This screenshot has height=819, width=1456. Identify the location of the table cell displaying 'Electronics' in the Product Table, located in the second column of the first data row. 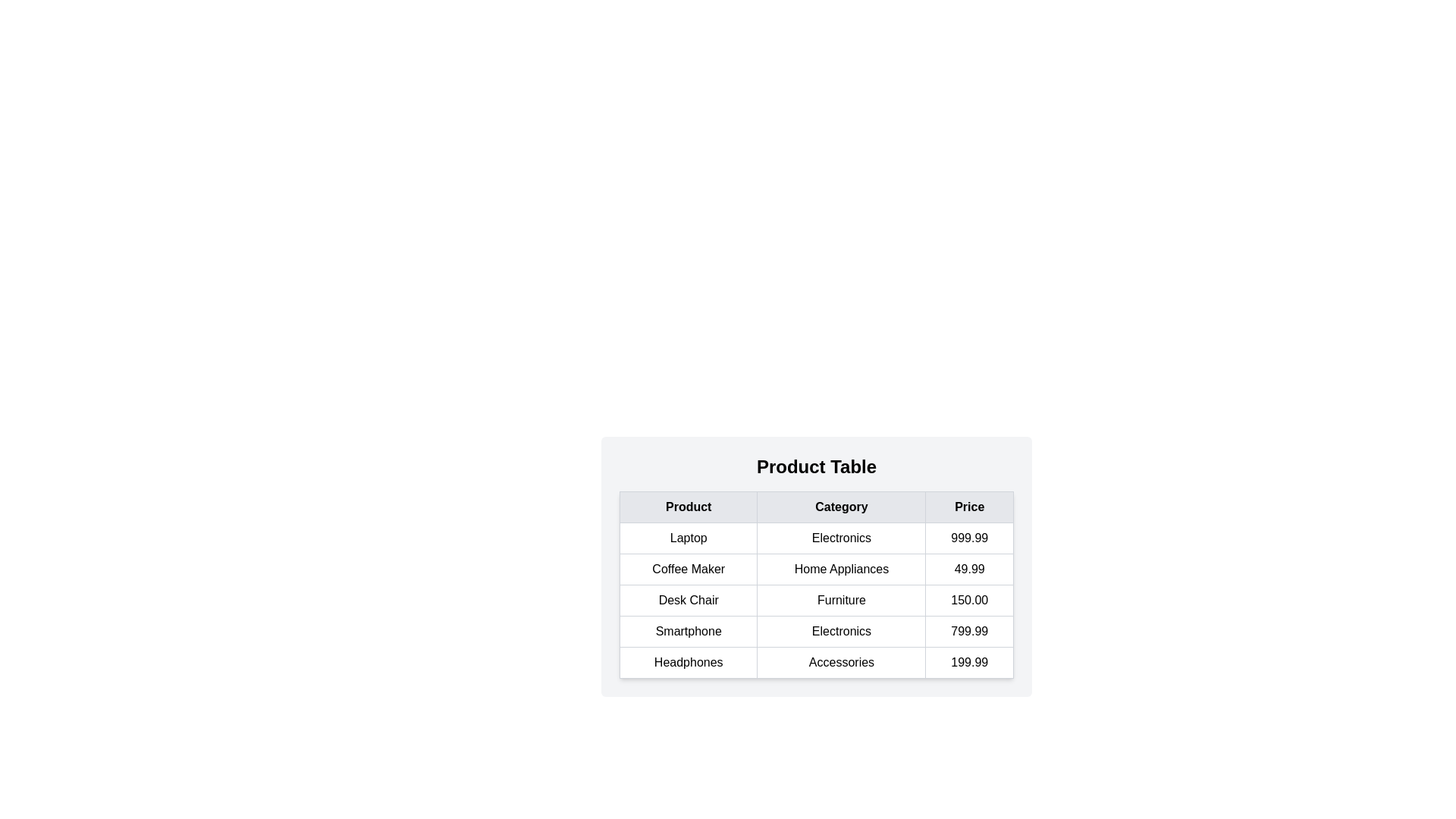
(815, 537).